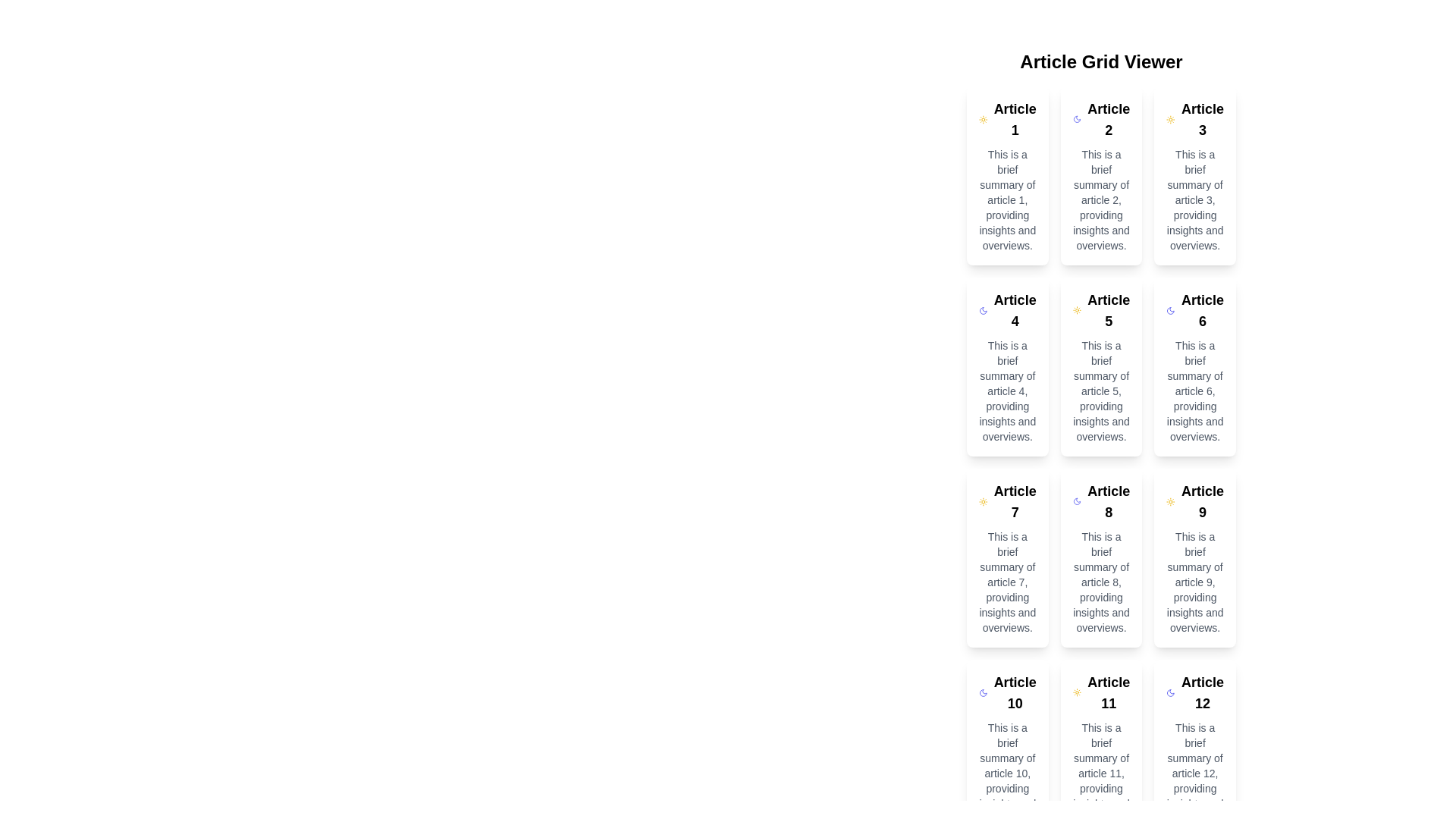 The height and width of the screenshot is (819, 1456). I want to click on static text element that provides a summary or description of the associated article, located below the heading 'Article 4' in the fourth card of the grid layout, so click(1007, 391).